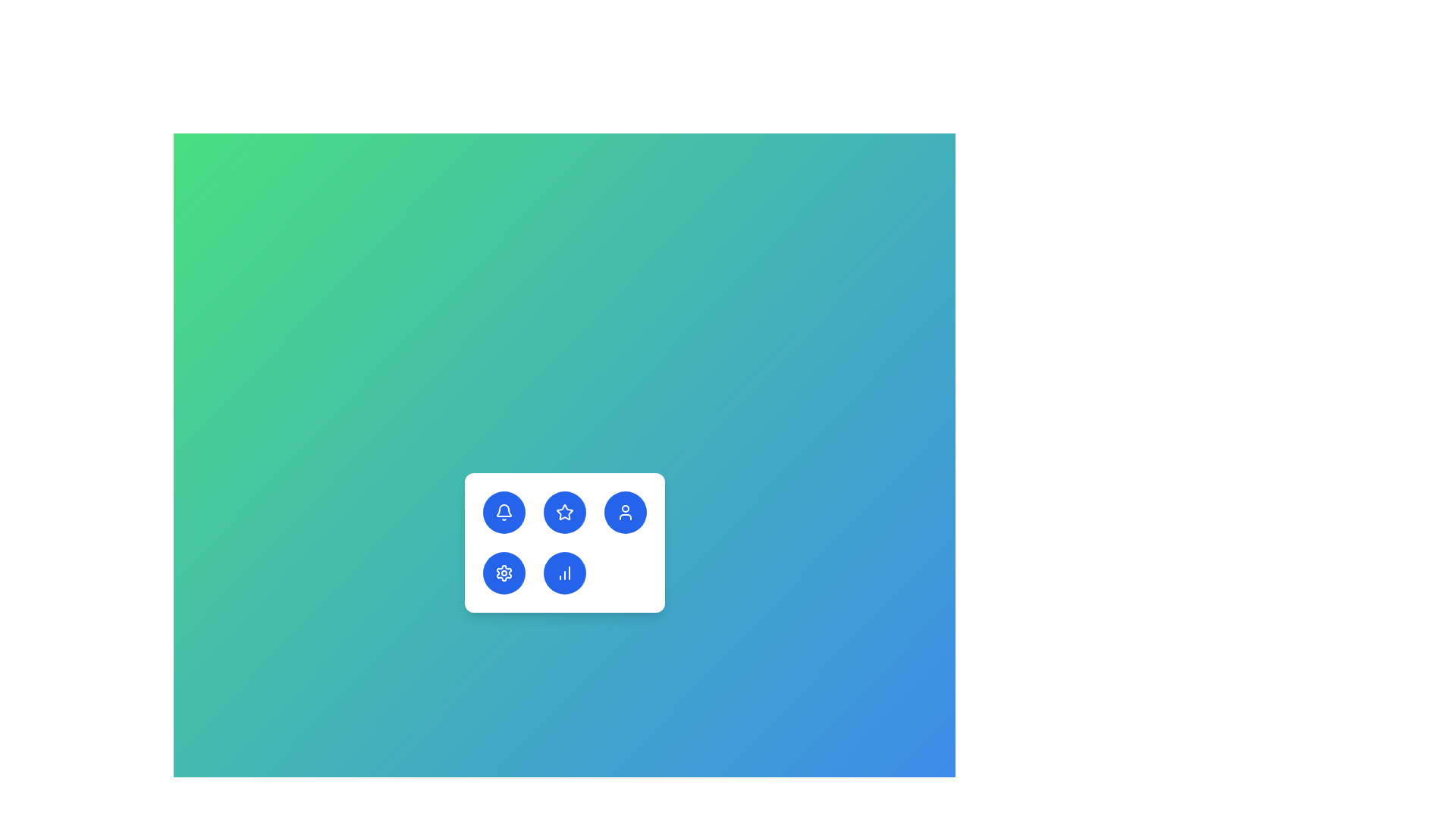  I want to click on the analytics button represented by a bar chart icon located in the bottom row, middle column of a 3x3 grid layout, so click(563, 573).